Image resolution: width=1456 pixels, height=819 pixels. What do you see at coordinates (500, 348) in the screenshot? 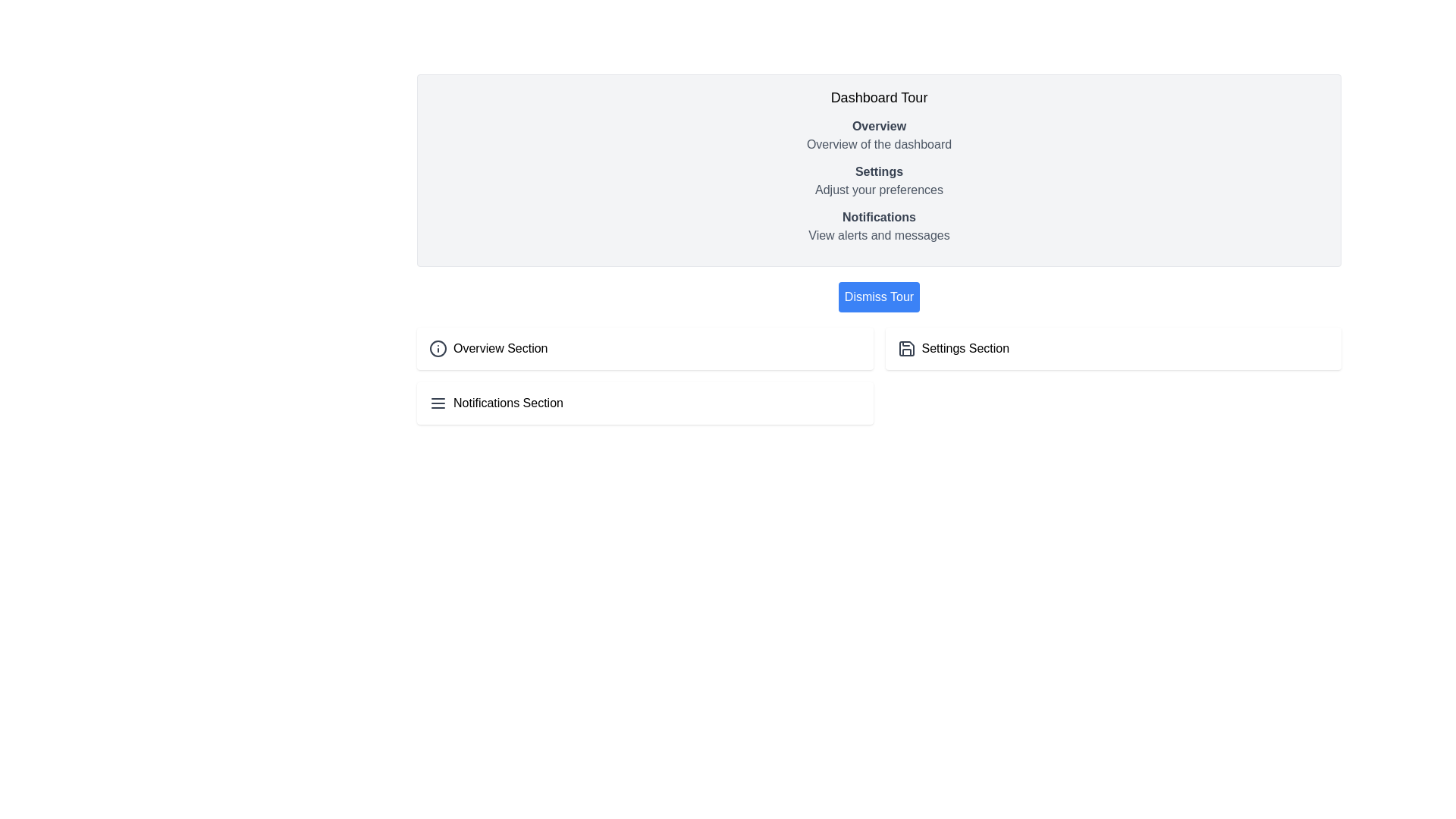
I see `the 'Overview Section' Text Label positioned to the right of the information icon in the upper-left part of the lower section of the interface` at bounding box center [500, 348].